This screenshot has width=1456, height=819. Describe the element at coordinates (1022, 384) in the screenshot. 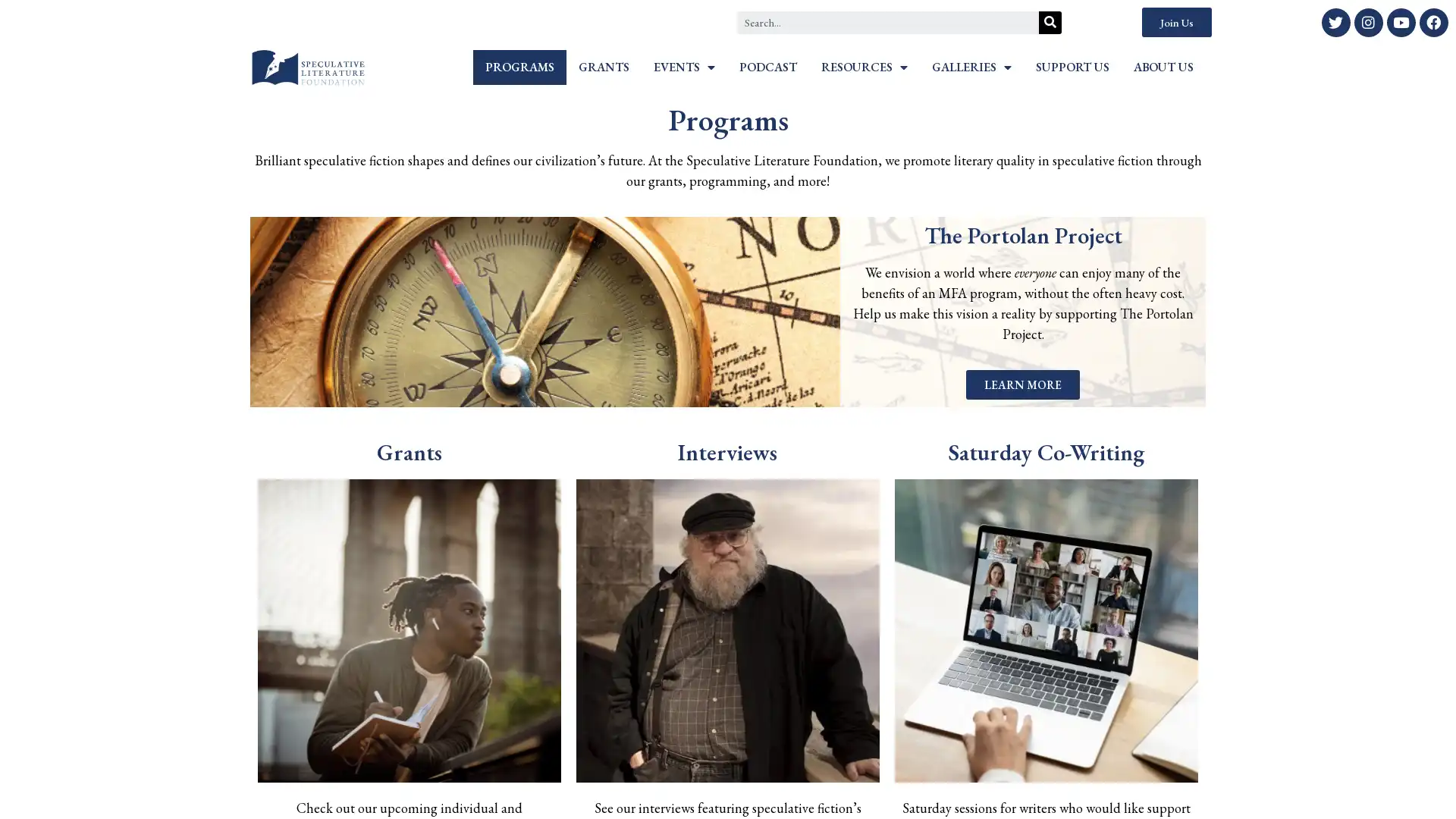

I see `LEARN MORE` at that location.